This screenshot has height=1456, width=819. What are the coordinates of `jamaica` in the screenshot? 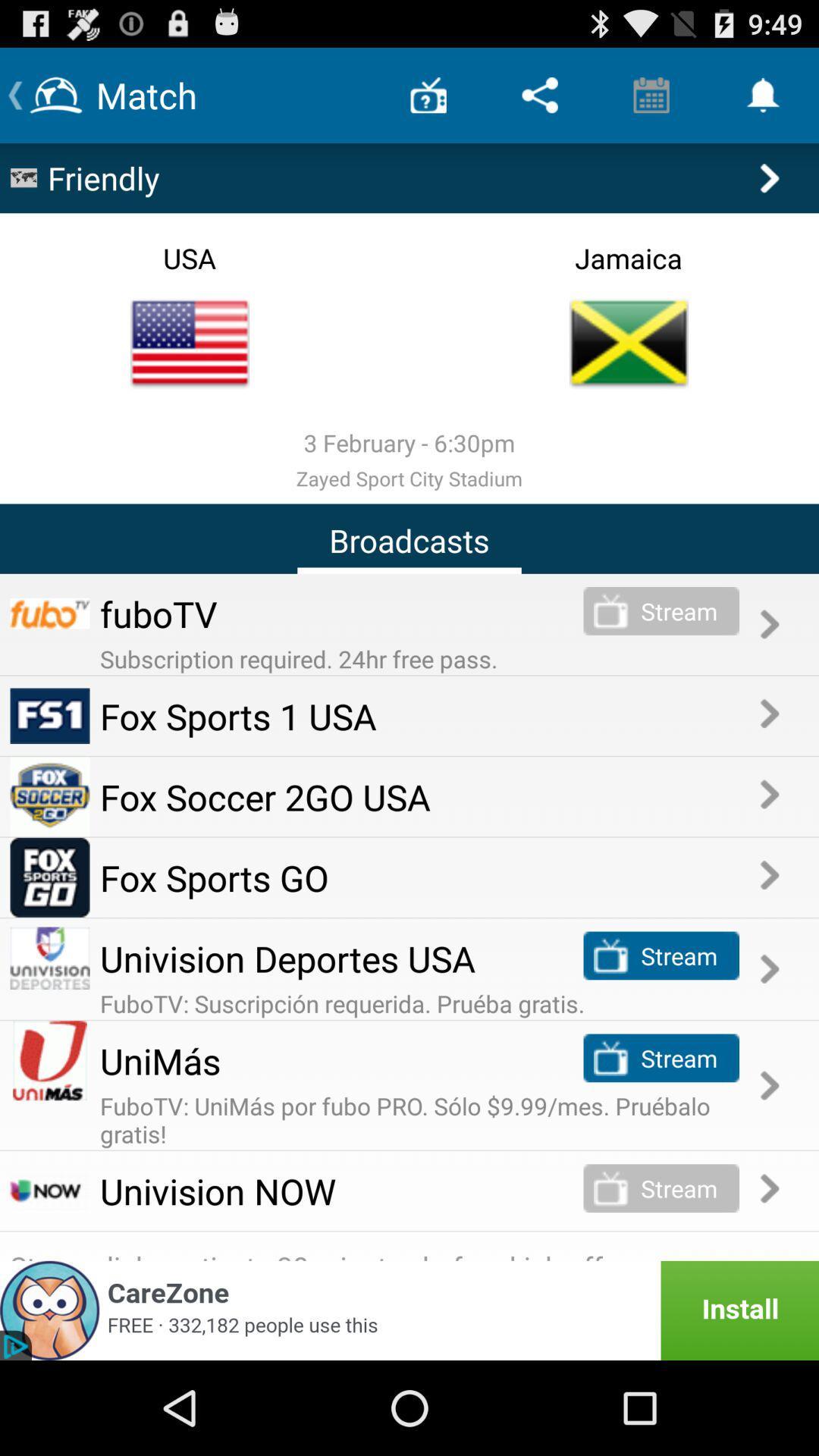 It's located at (629, 342).